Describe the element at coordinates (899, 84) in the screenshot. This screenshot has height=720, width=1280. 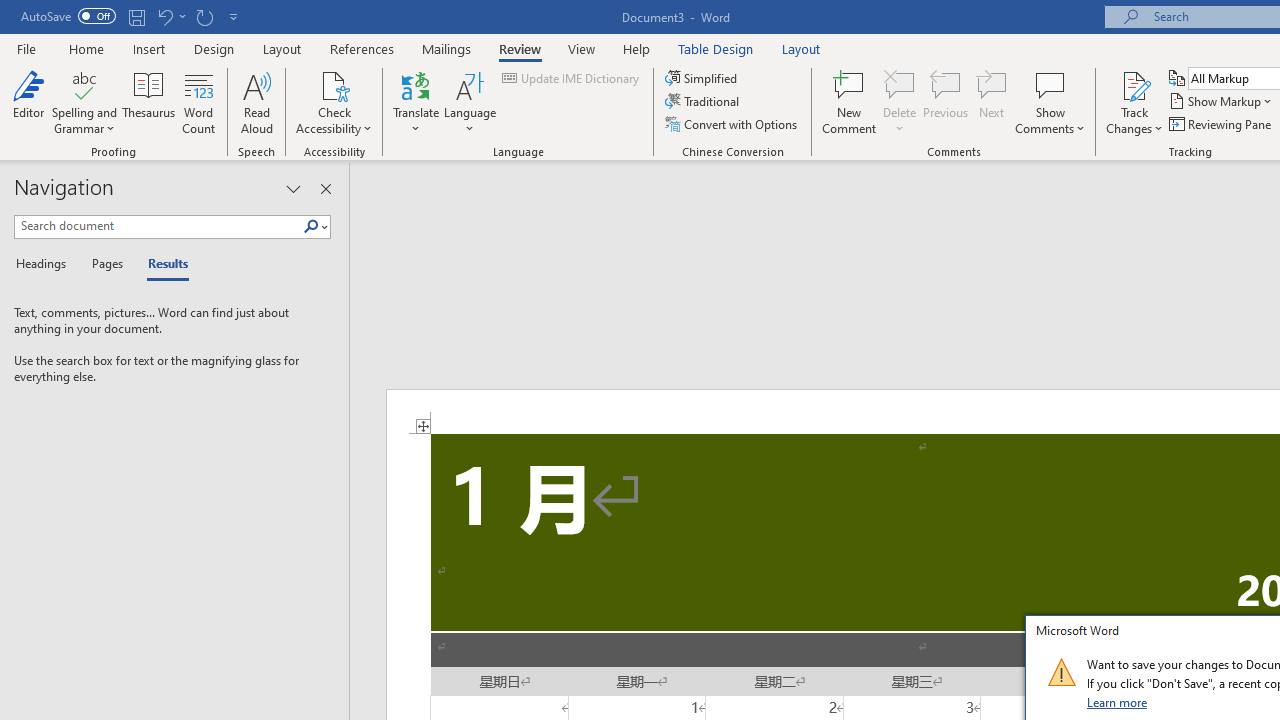
I see `'Delete'` at that location.